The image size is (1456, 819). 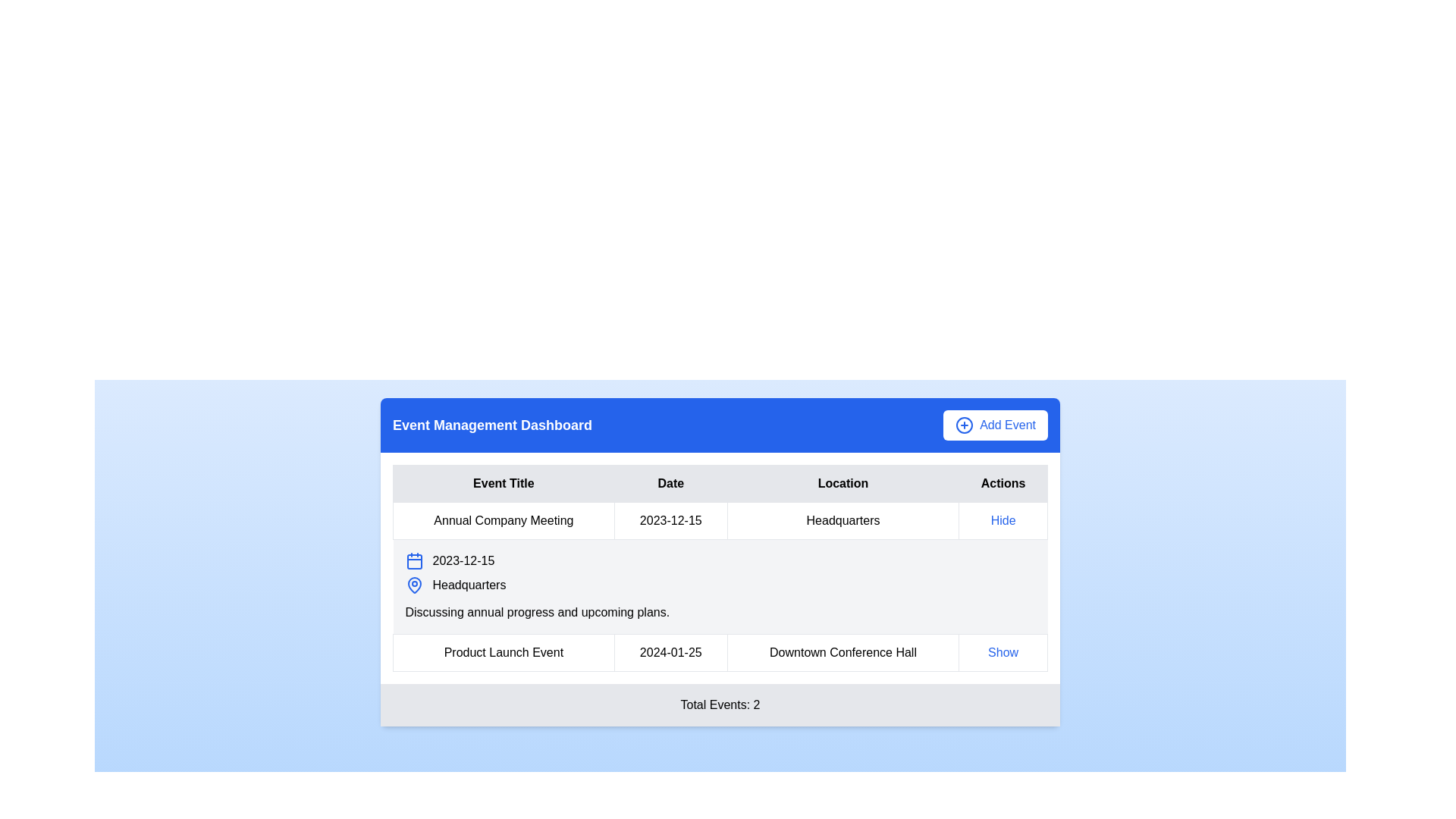 What do you see at coordinates (463, 561) in the screenshot?
I see `the Text Label displaying the date associated with an event in the second column of the first row on the dashboard table, located next to a calendar icon` at bounding box center [463, 561].